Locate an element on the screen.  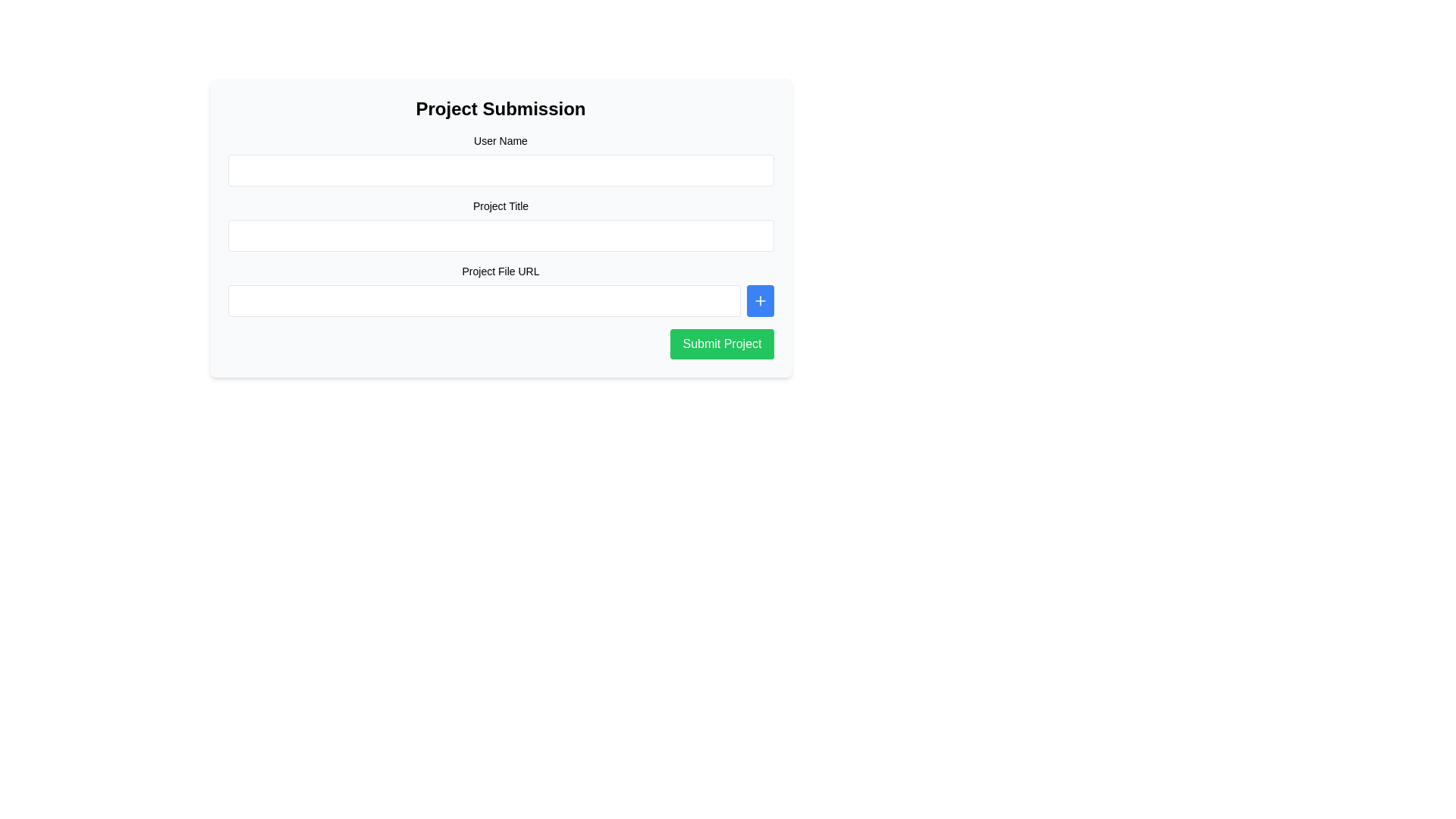
the text label indicating that the field is for entering the user name, which is located at the top-left portion of the input form area is located at coordinates (500, 140).